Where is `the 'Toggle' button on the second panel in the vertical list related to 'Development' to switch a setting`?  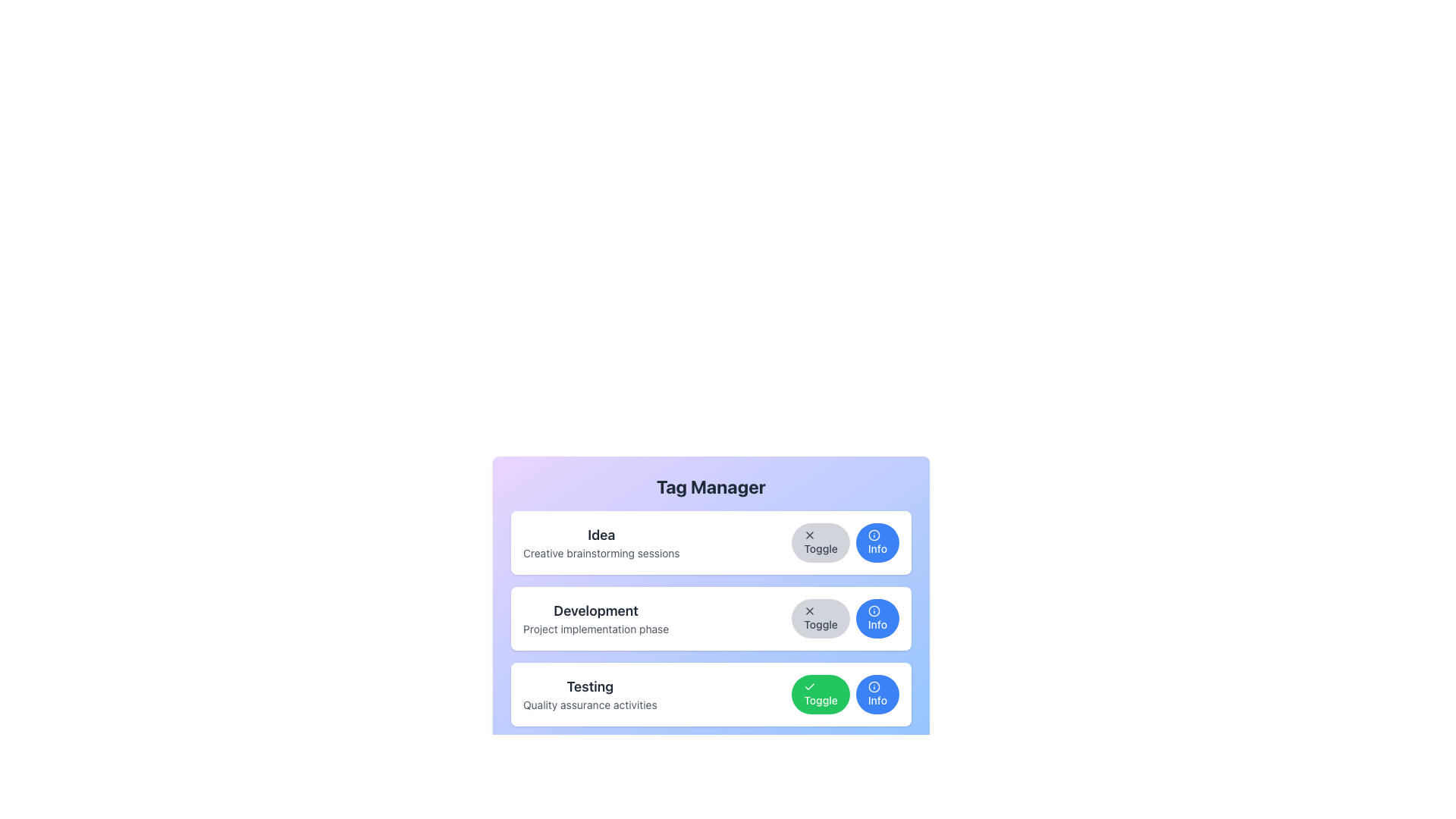 the 'Toggle' button on the second panel in the vertical list related to 'Development' to switch a setting is located at coordinates (710, 619).